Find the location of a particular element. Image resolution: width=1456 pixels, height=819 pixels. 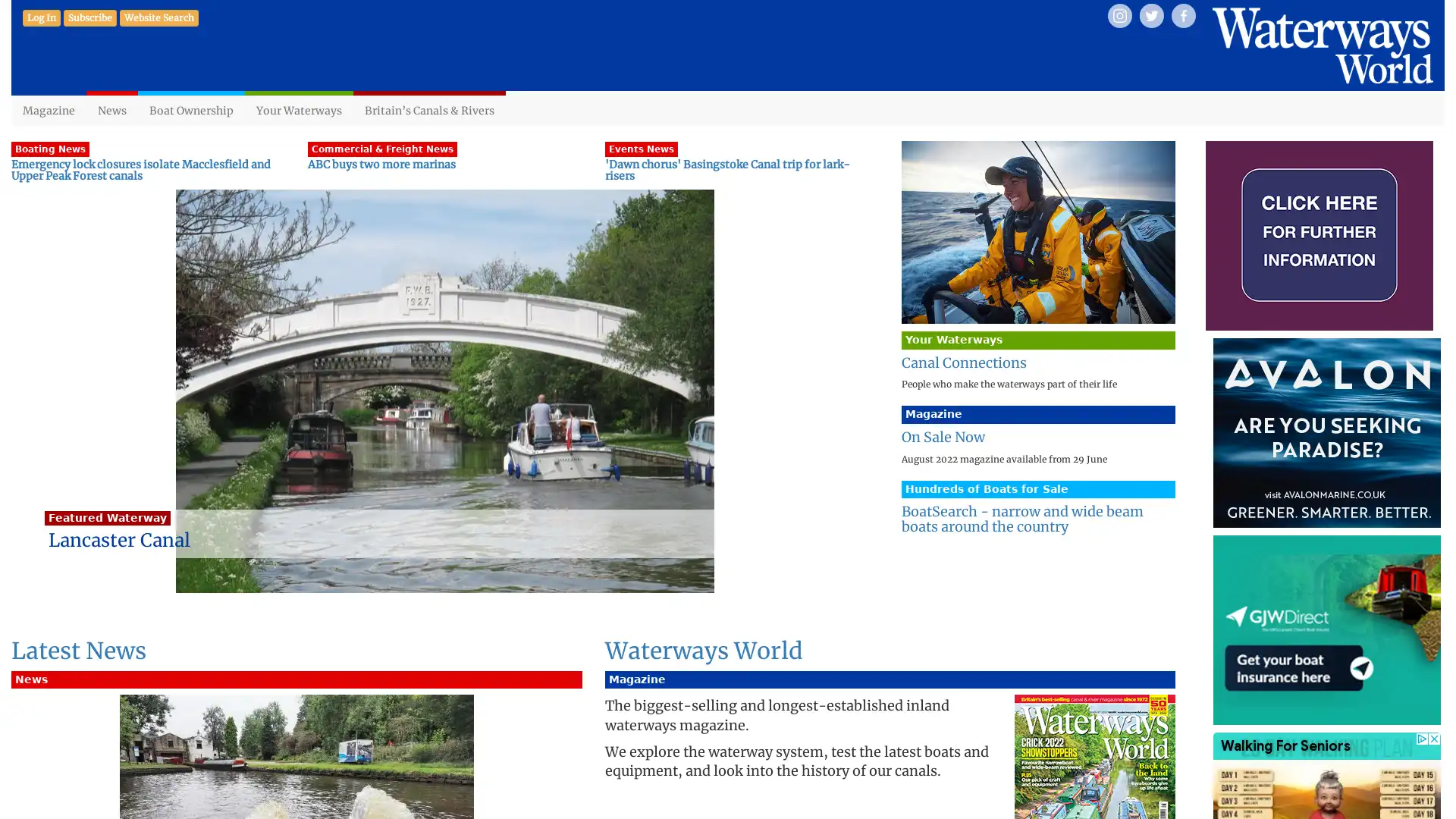

Website Search is located at coordinates (159, 17).